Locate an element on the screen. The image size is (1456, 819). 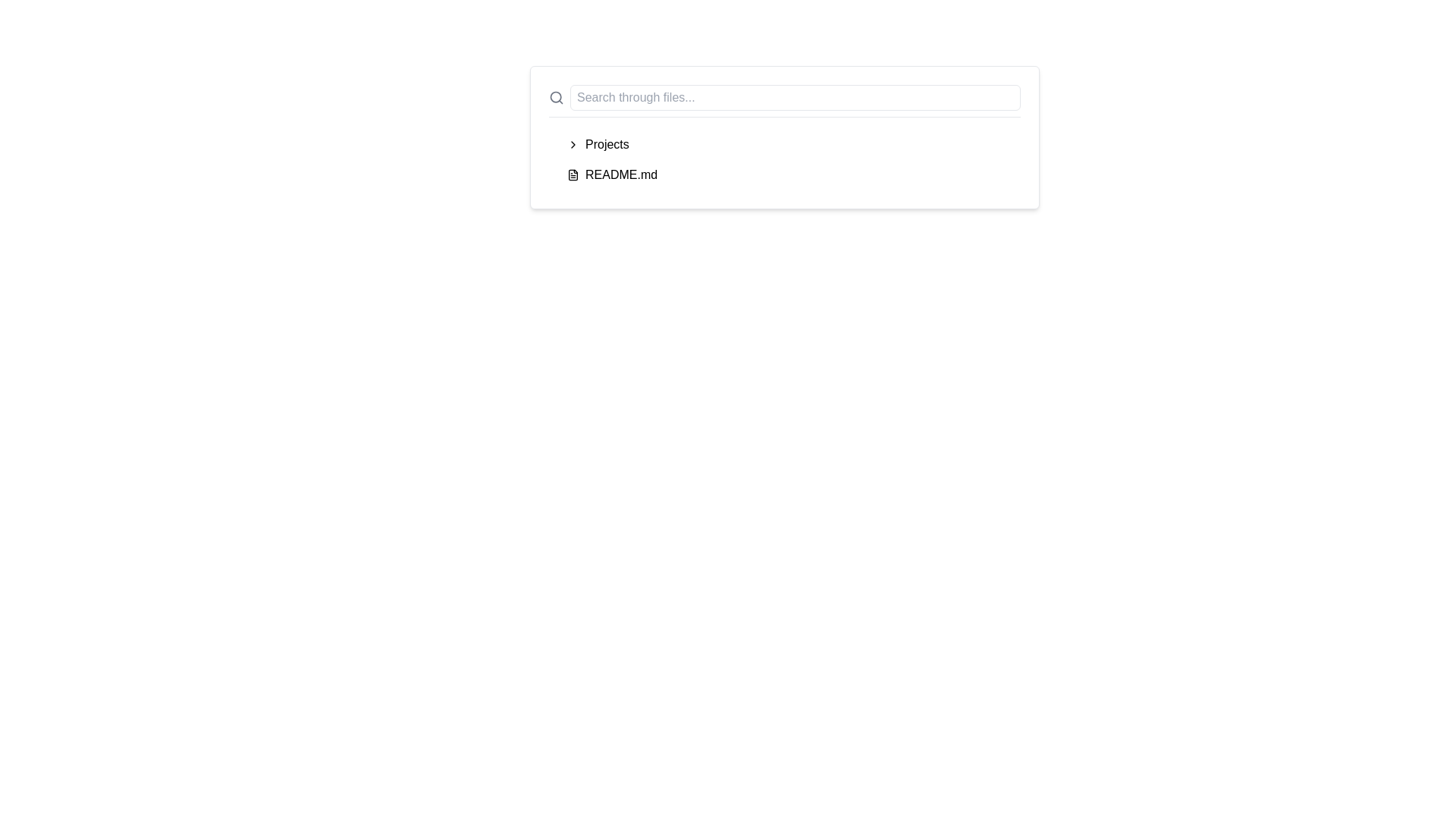
the Search Icon, which resembles a magnifying glass and is positioned on the left side of the search input field is located at coordinates (556, 97).